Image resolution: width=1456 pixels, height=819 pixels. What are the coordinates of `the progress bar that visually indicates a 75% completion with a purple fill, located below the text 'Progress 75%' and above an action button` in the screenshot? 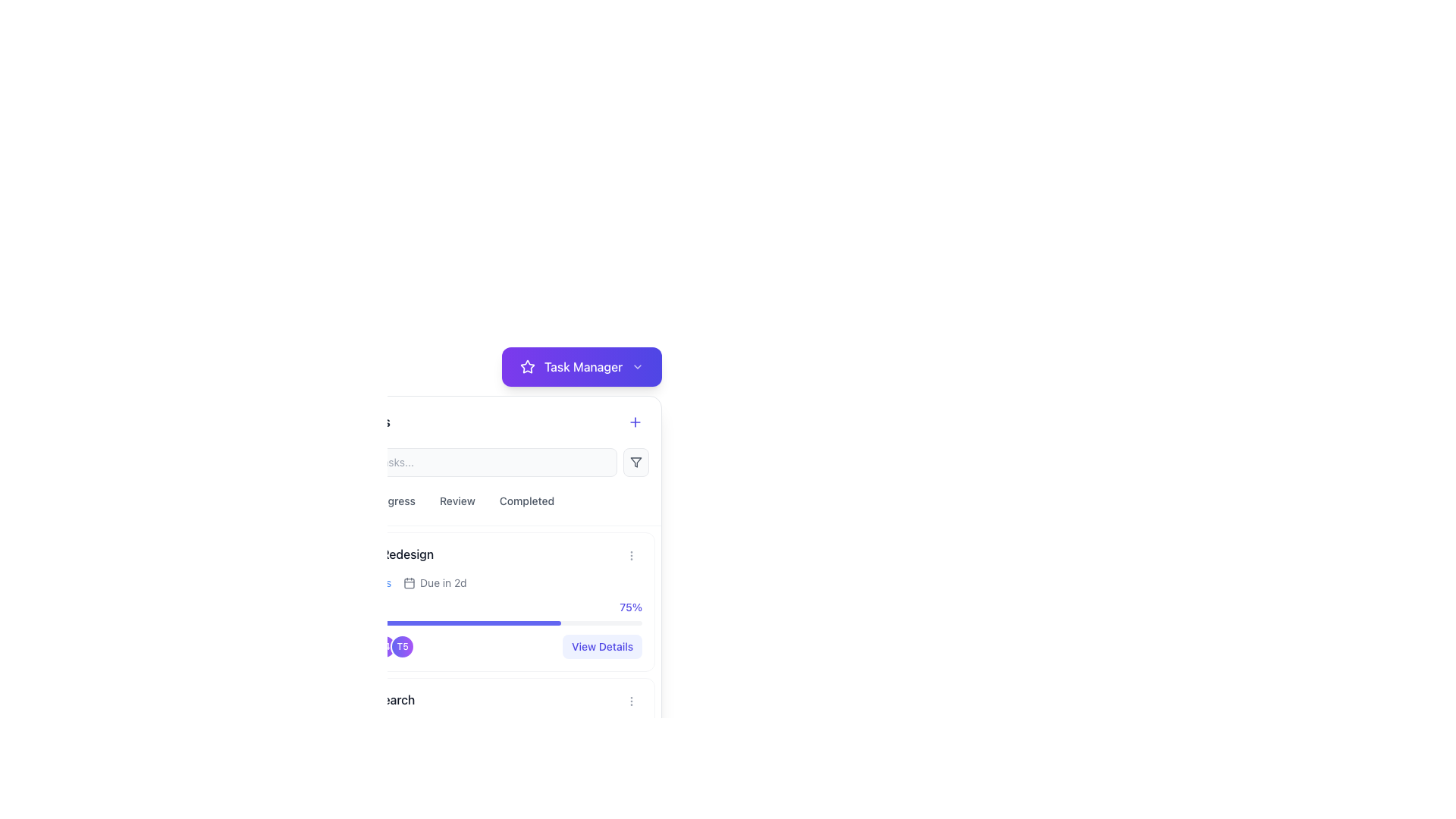 It's located at (479, 623).